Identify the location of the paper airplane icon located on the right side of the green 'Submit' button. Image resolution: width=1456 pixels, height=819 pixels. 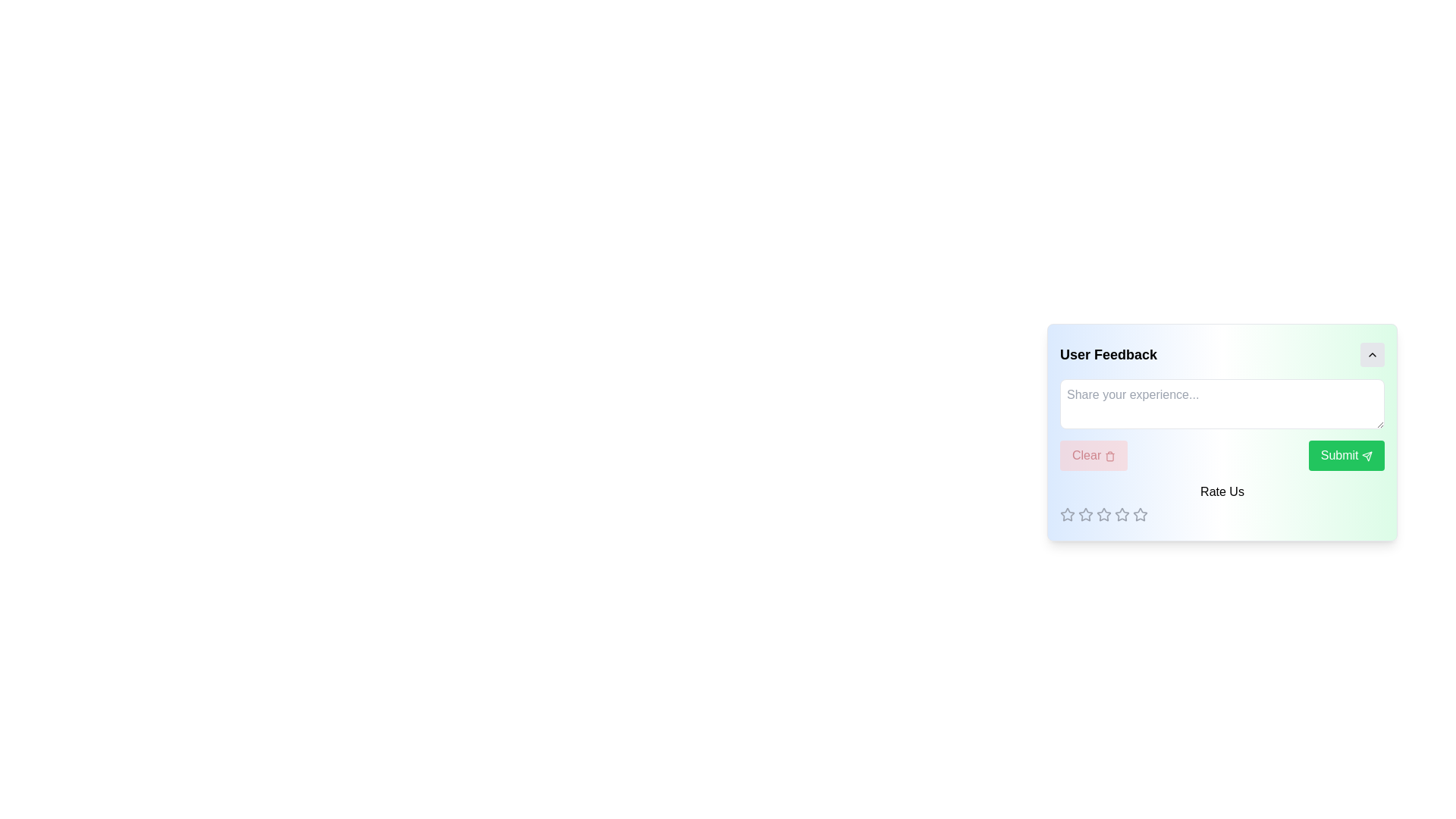
(1367, 455).